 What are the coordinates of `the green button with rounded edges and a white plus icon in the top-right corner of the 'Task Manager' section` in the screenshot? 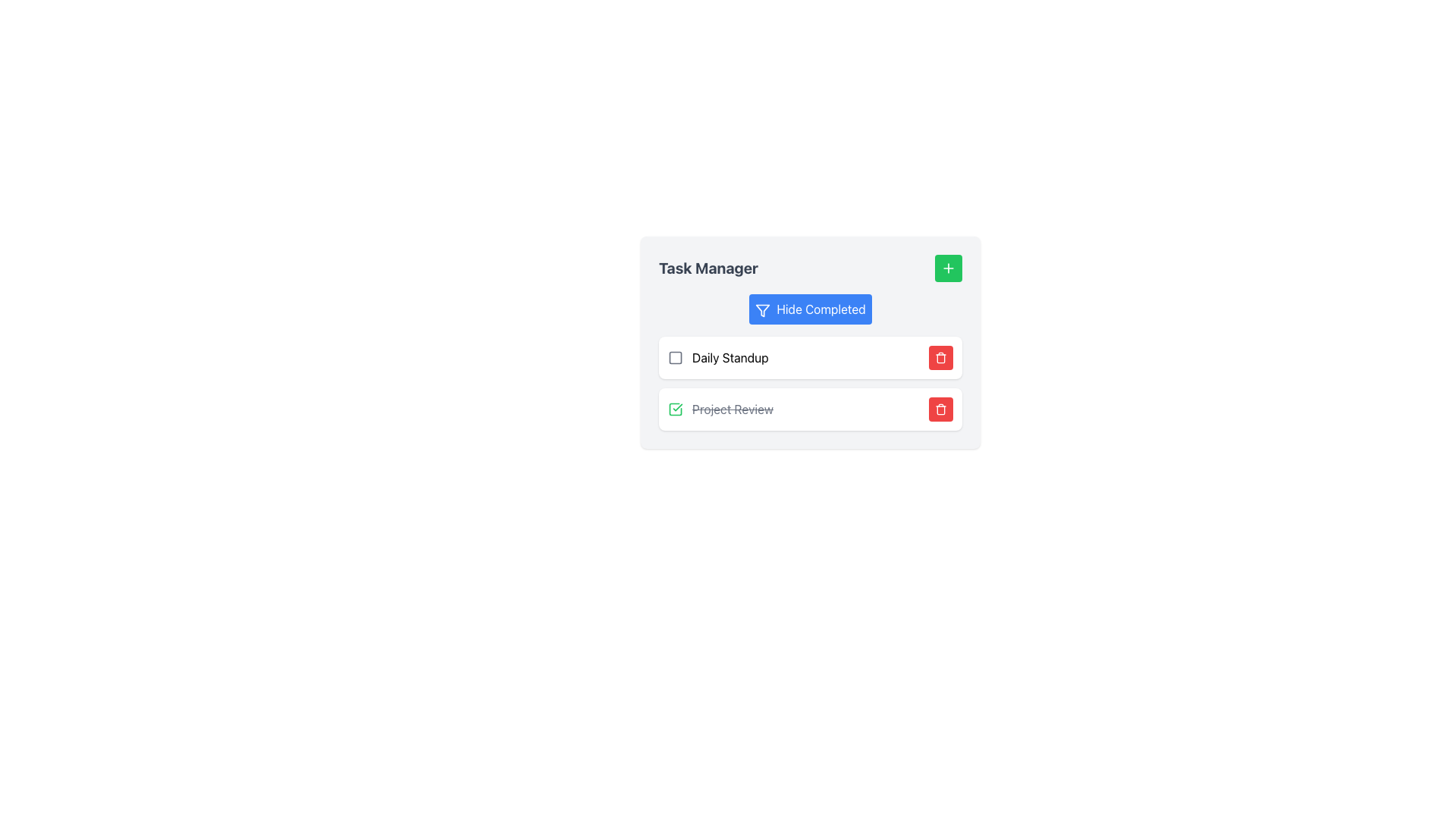 It's located at (948, 268).